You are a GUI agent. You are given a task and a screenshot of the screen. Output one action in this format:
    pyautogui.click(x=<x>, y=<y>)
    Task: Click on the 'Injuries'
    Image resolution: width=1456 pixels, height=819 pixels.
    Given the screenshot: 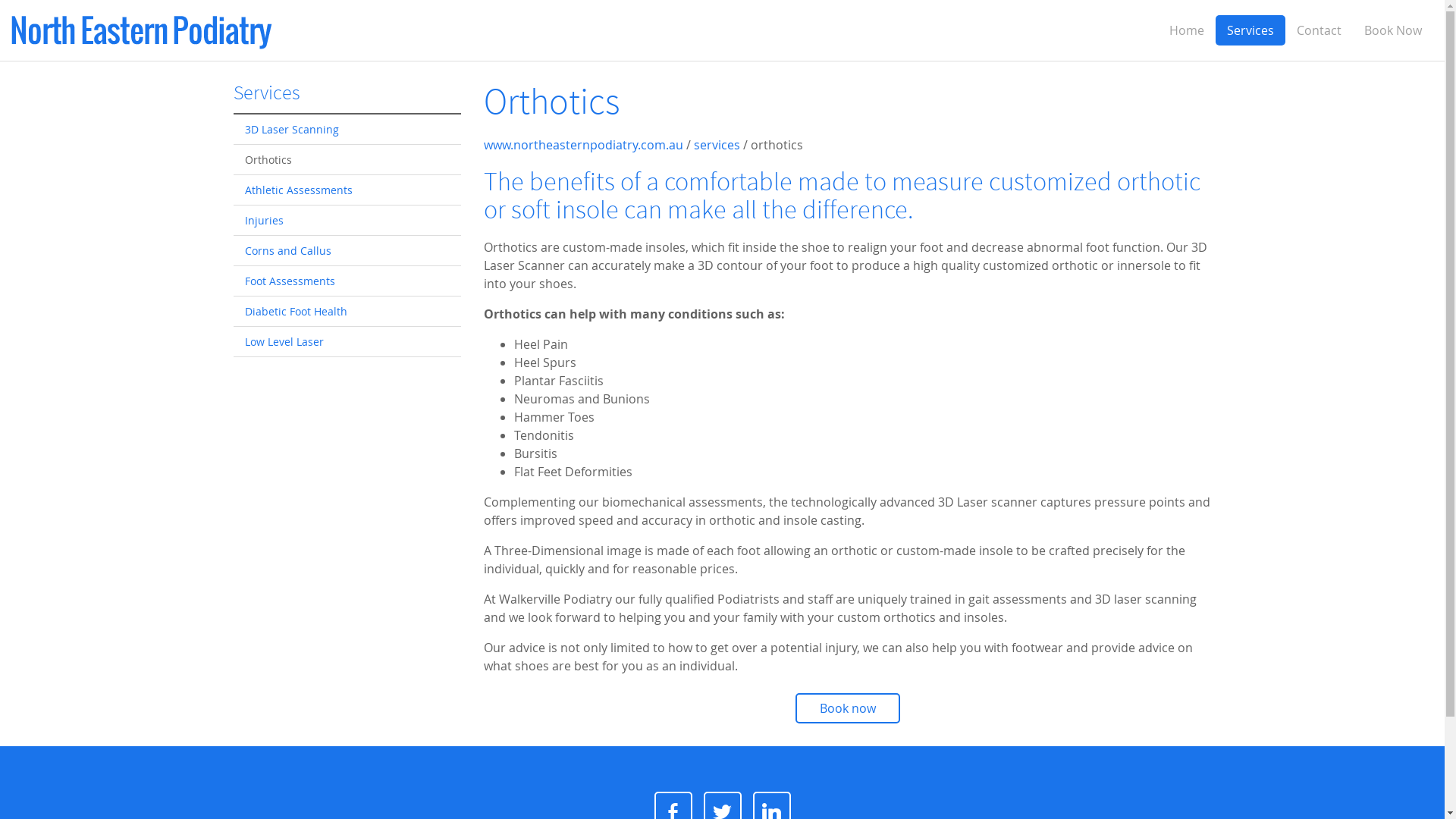 What is the action you would take?
    pyautogui.click(x=346, y=220)
    